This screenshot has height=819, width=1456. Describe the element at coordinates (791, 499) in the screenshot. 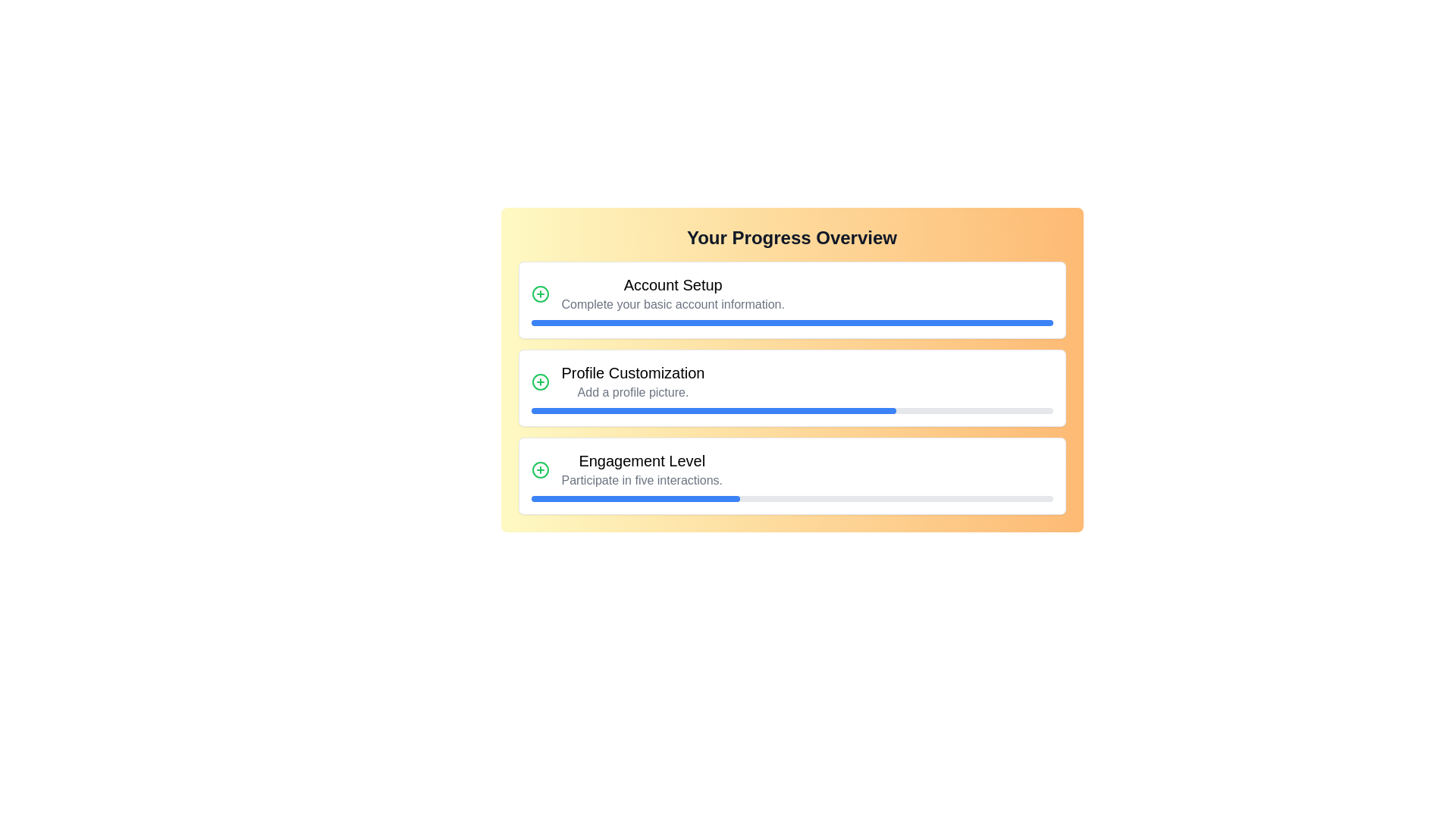

I see `the Progress Bar representing the 'Engagement Level' located within the 'Engagement Level' card at the bottom of the progress overview section, just below the text 'Participate in five interactions.'` at that location.